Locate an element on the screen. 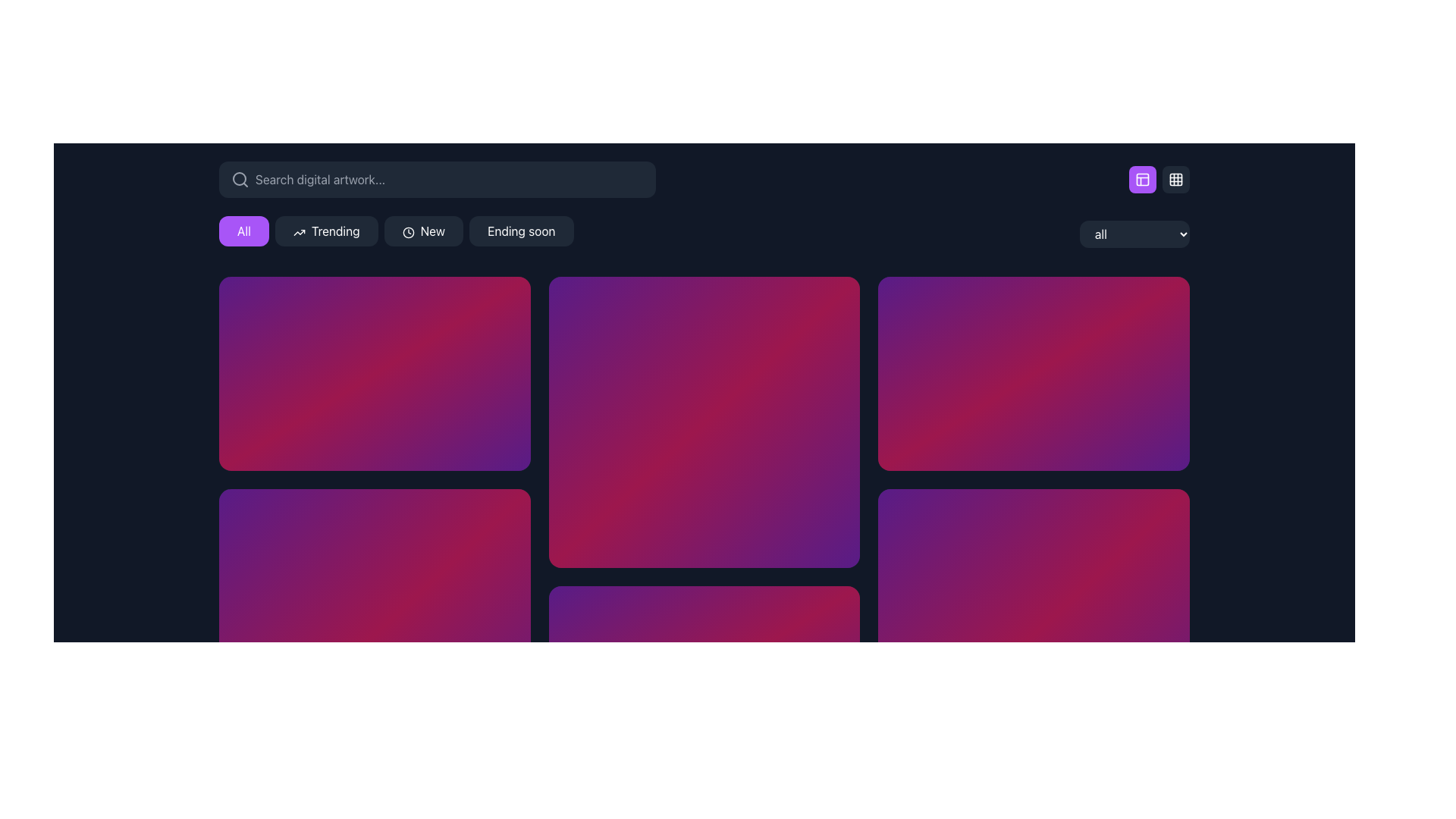  the outer circular part of the magnifying glass icon, which symbolizes search functionality, located to the left side of the search bar near the top of the interface is located at coordinates (239, 177).